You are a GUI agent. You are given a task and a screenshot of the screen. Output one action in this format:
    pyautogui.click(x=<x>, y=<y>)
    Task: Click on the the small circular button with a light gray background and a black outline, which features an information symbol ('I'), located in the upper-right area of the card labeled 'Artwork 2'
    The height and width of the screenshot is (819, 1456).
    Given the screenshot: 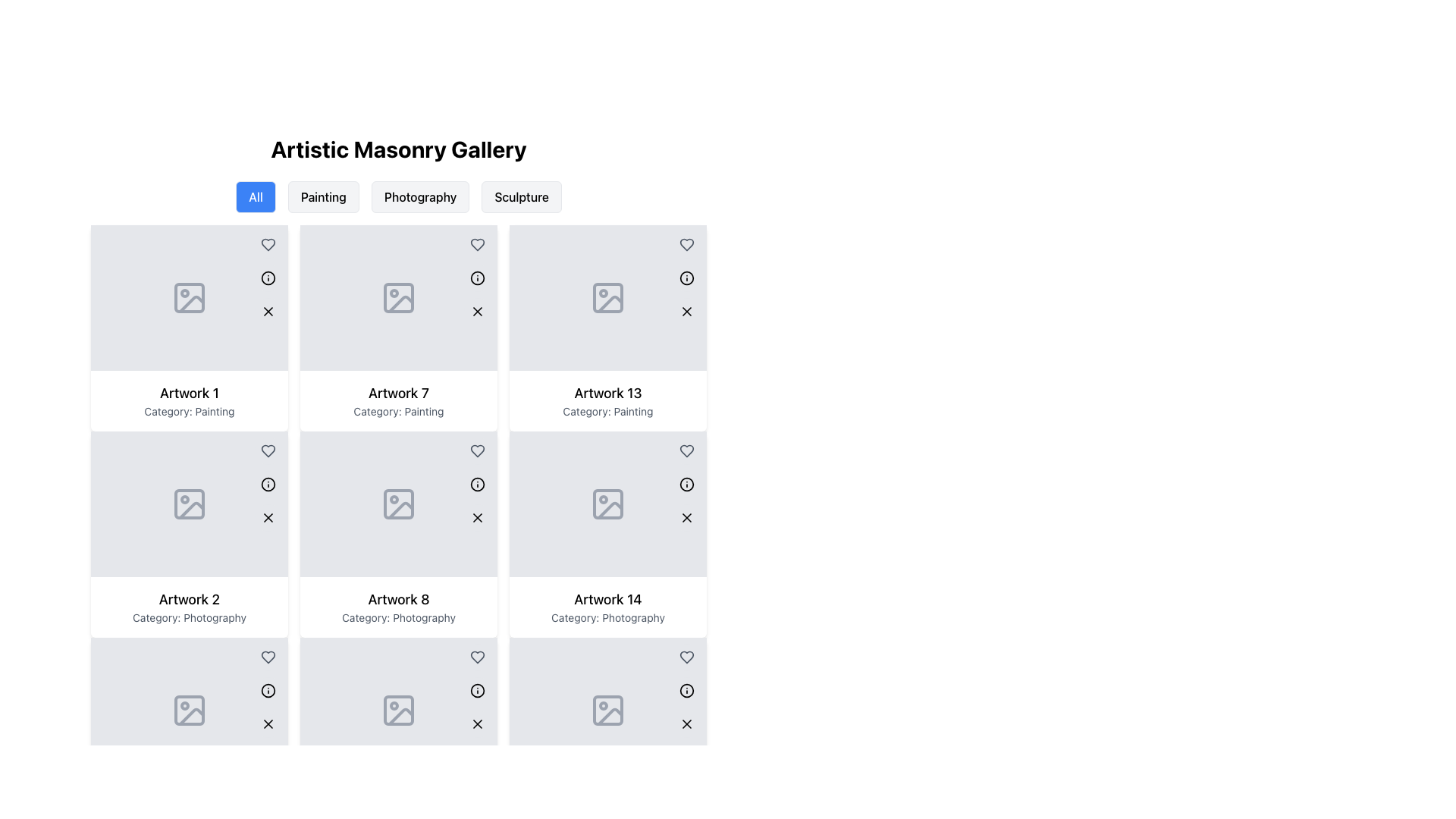 What is the action you would take?
    pyautogui.click(x=268, y=485)
    